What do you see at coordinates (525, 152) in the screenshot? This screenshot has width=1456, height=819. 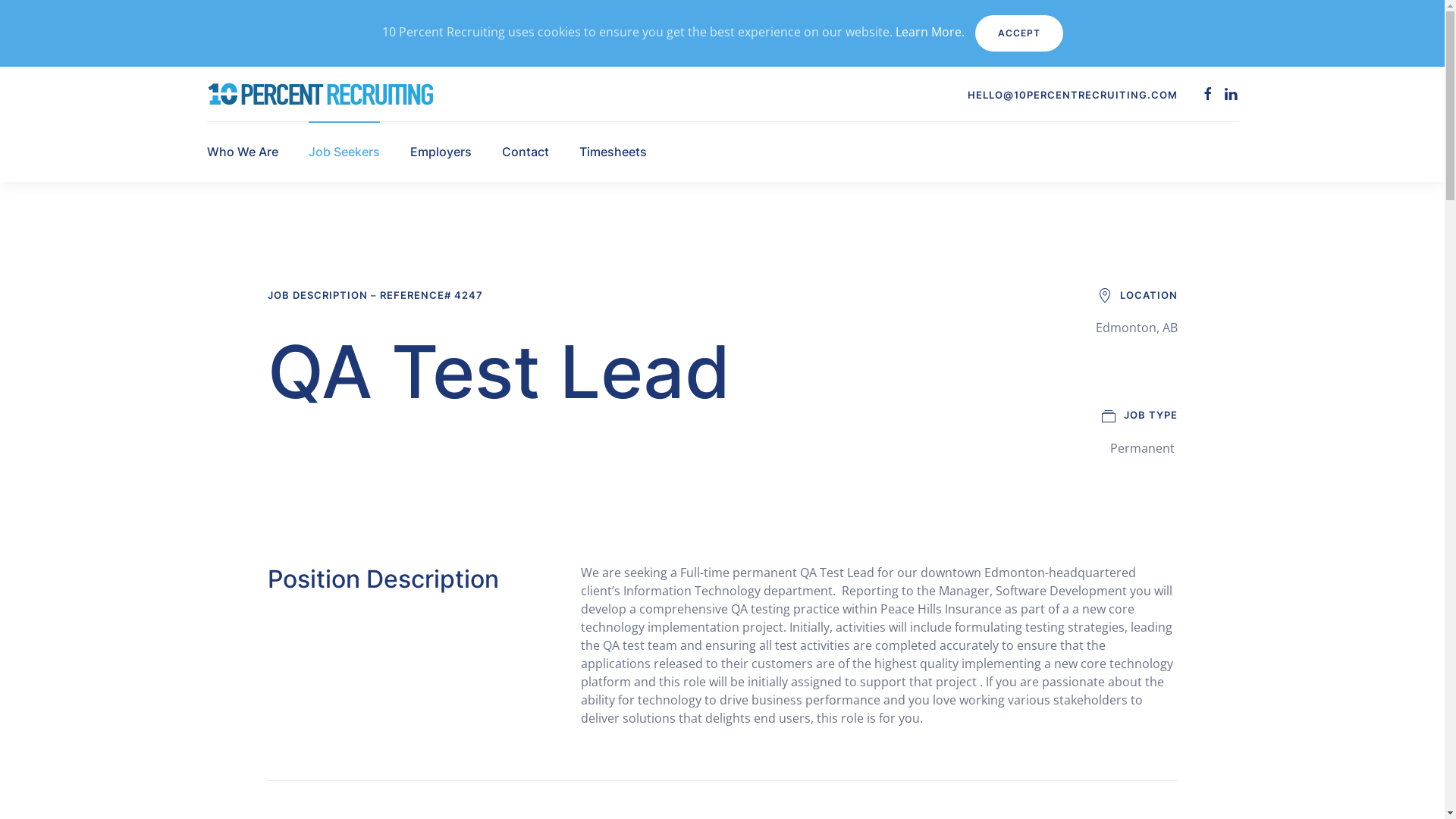 I see `'Contact'` at bounding box center [525, 152].